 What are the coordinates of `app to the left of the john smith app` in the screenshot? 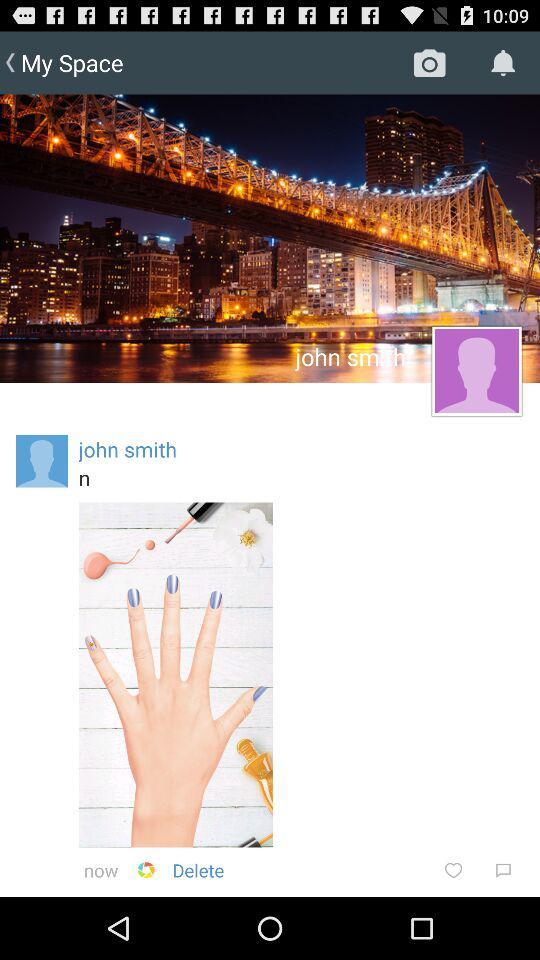 It's located at (42, 461).